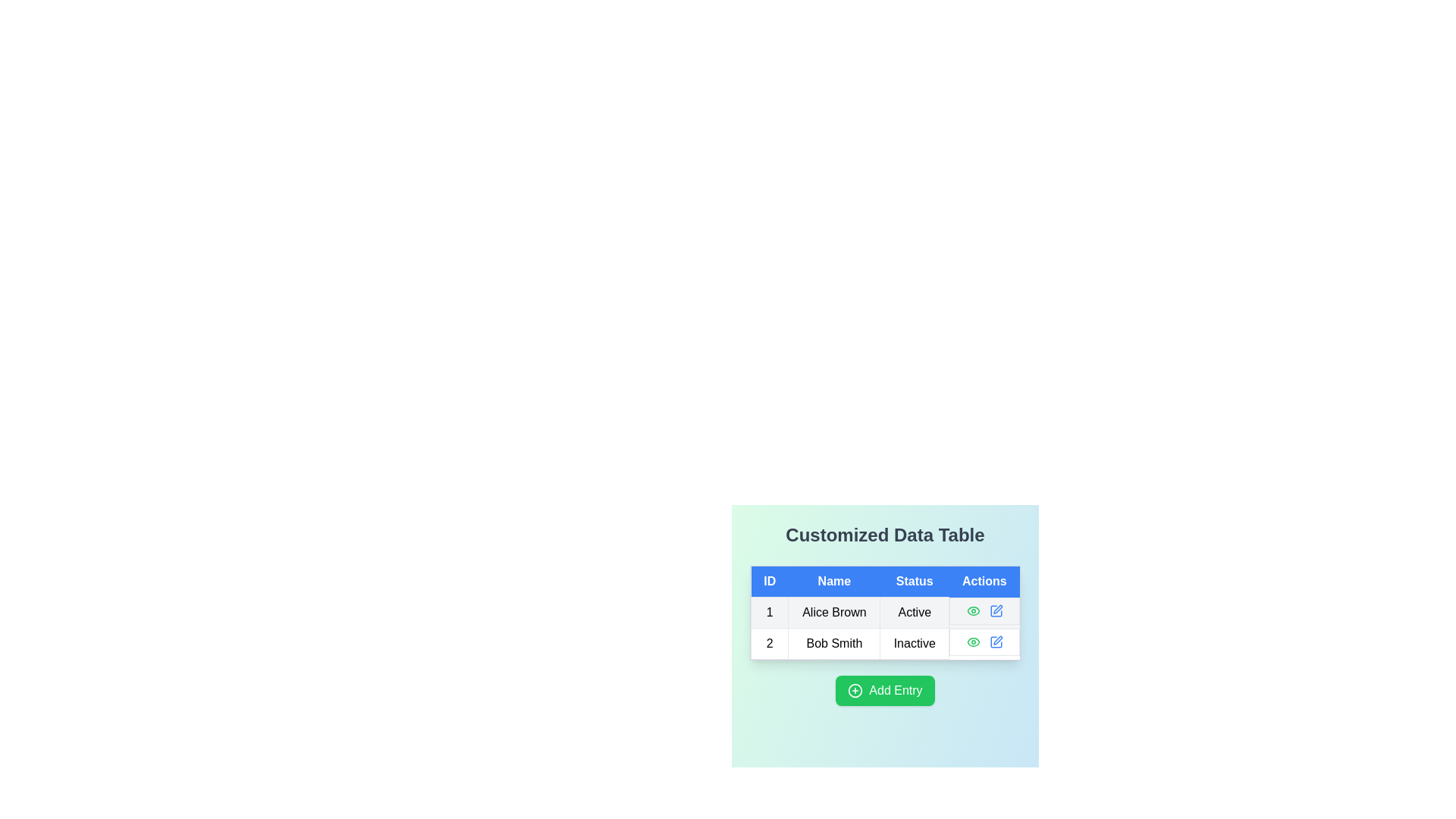 This screenshot has width=1456, height=819. What do you see at coordinates (770, 581) in the screenshot?
I see `the Table Header Cell with blue background` at bounding box center [770, 581].